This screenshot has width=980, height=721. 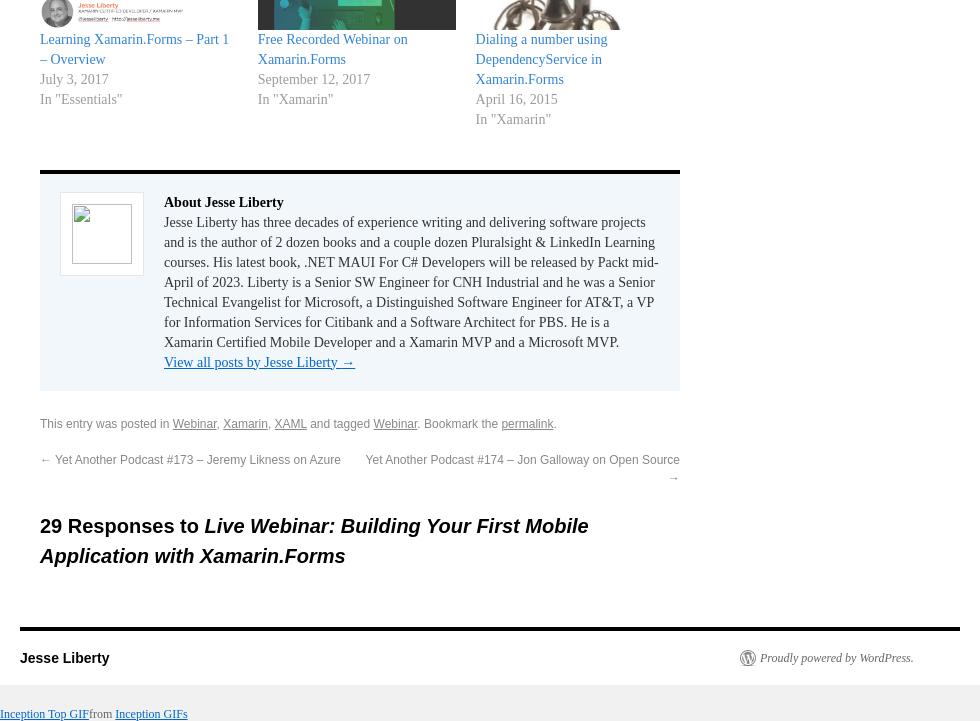 What do you see at coordinates (313, 540) in the screenshot?
I see `'Live Webinar: Building Your First Mobile Application with Xamarin.Forms'` at bounding box center [313, 540].